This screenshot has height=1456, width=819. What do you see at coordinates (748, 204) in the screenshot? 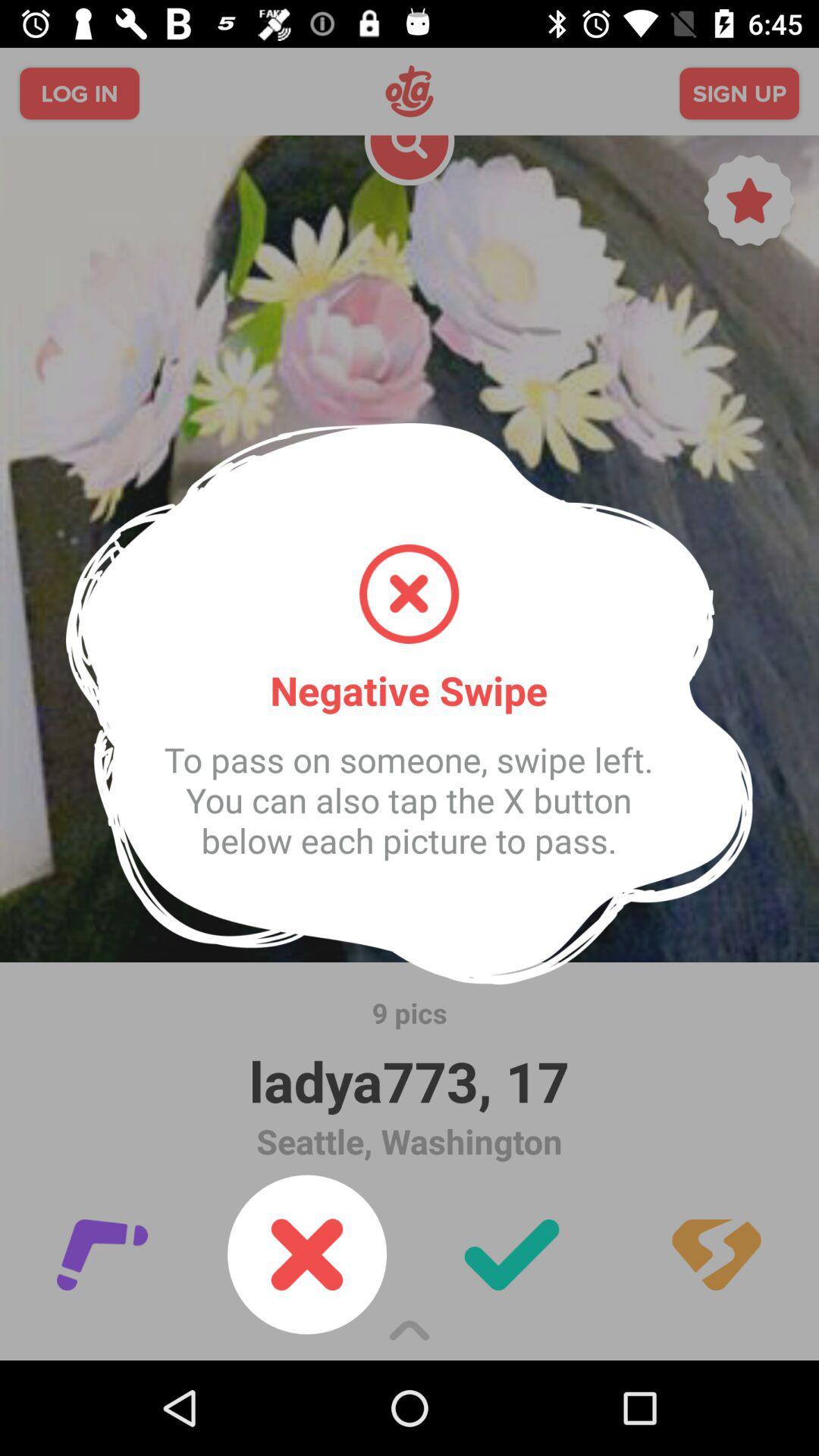
I see `the star symbol` at bounding box center [748, 204].